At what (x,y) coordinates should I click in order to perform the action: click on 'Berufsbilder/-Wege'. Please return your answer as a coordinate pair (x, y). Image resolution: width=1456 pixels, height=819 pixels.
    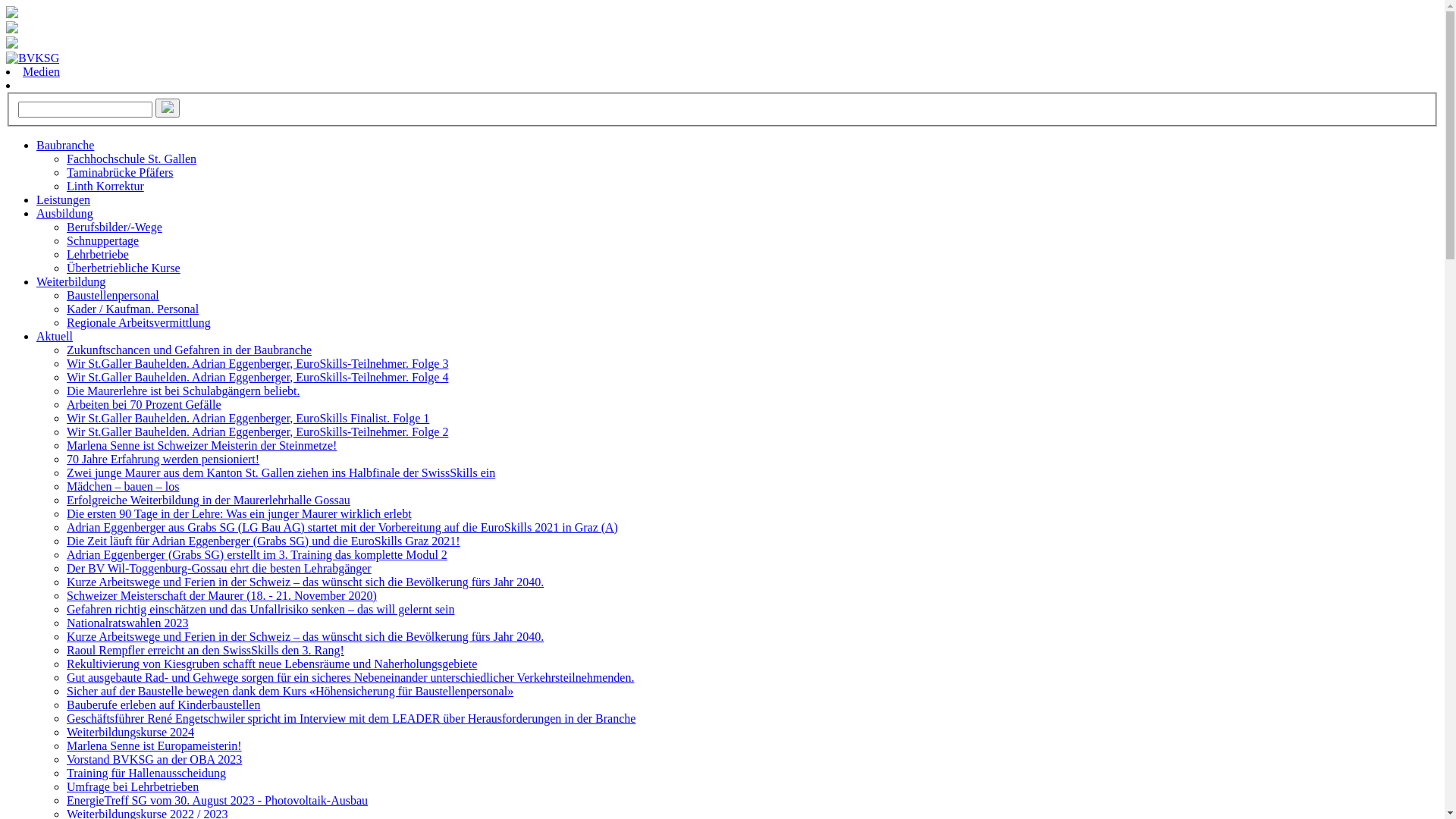
    Looking at the image, I should click on (113, 227).